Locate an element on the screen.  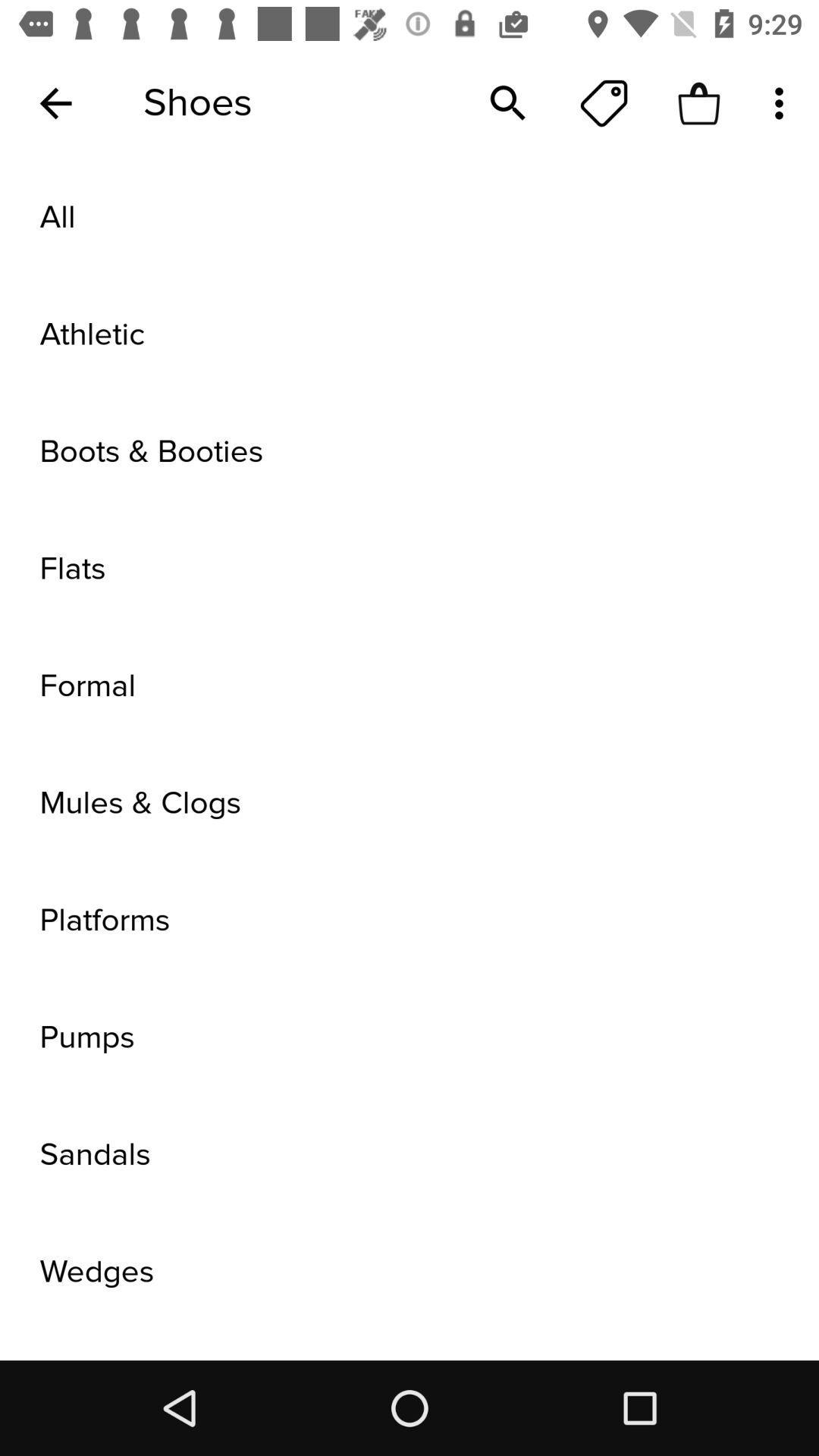
go back is located at coordinates (55, 102).